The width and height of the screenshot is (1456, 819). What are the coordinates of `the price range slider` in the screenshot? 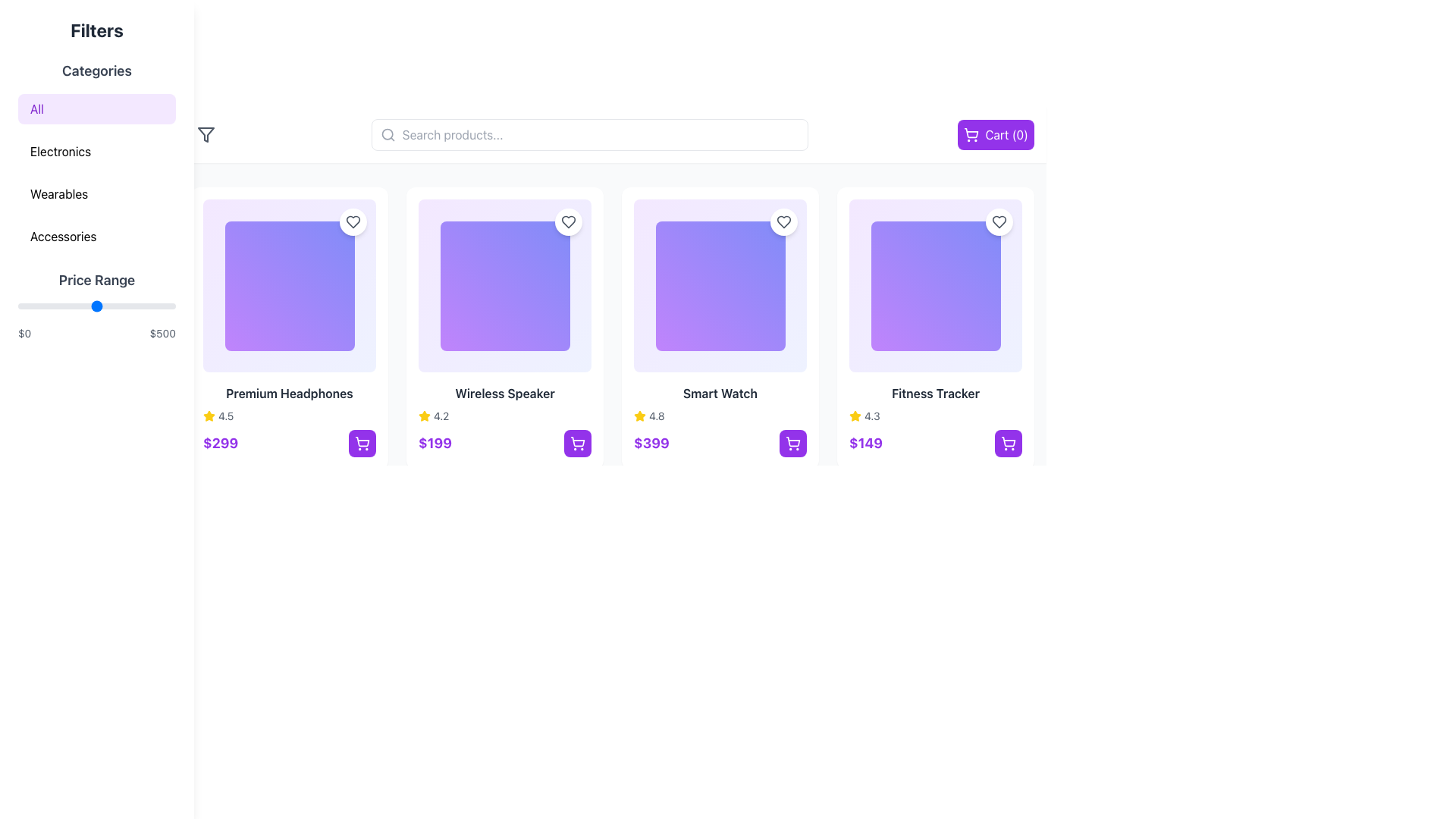 It's located at (86, 306).